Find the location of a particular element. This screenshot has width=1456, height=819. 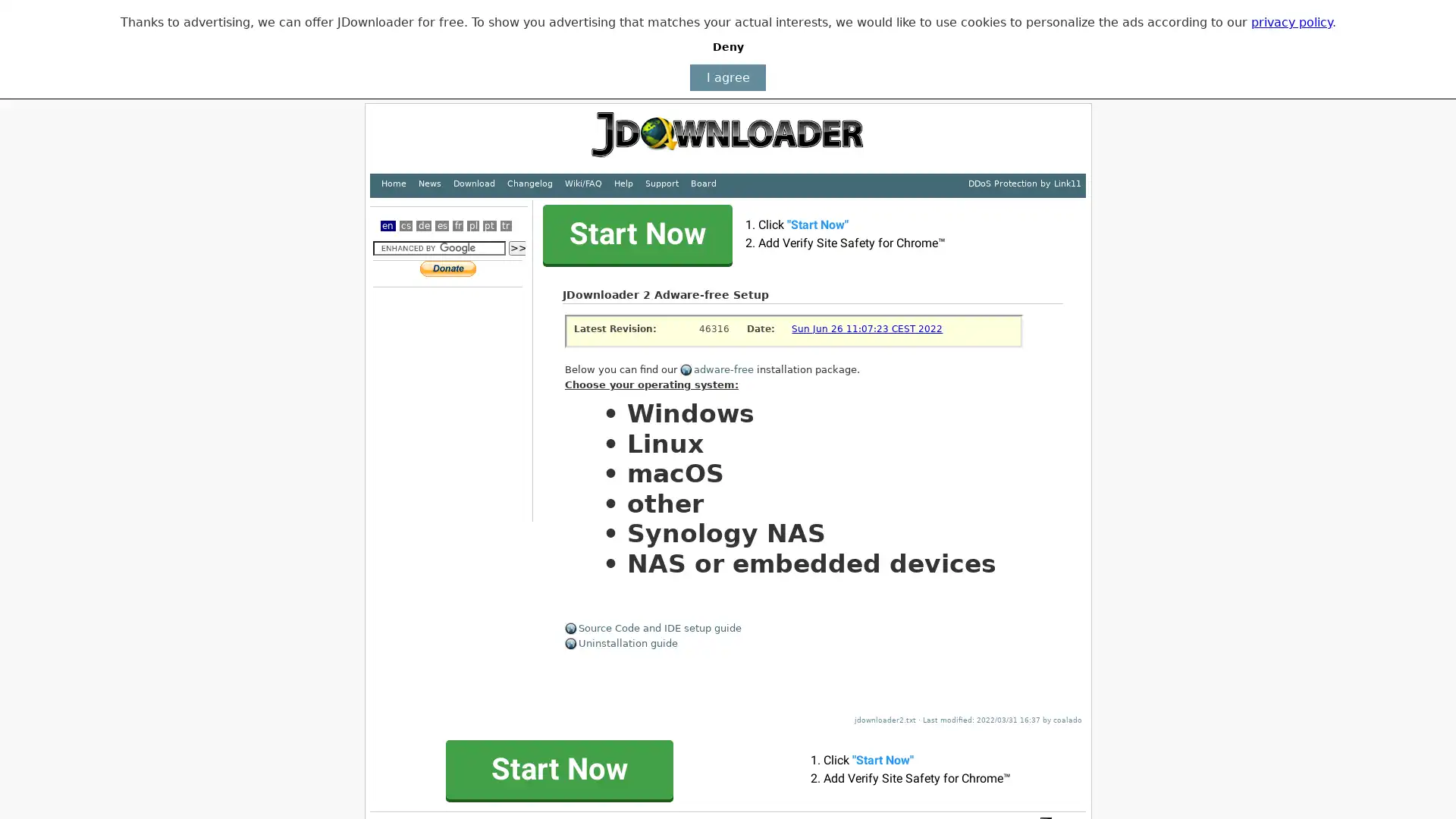

>> is located at coordinates (517, 247).